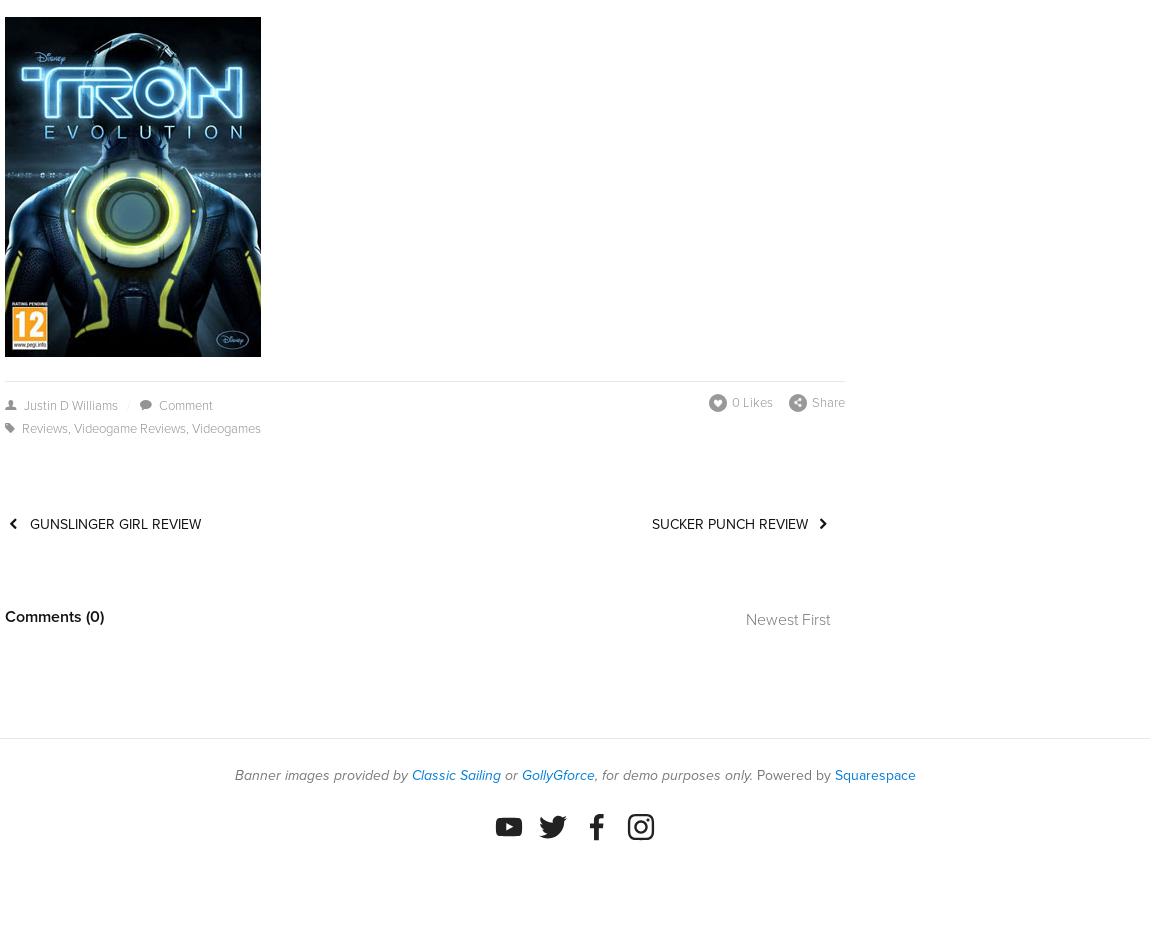 The height and width of the screenshot is (940, 1165). Describe the element at coordinates (794, 774) in the screenshot. I see `'Powered by'` at that location.